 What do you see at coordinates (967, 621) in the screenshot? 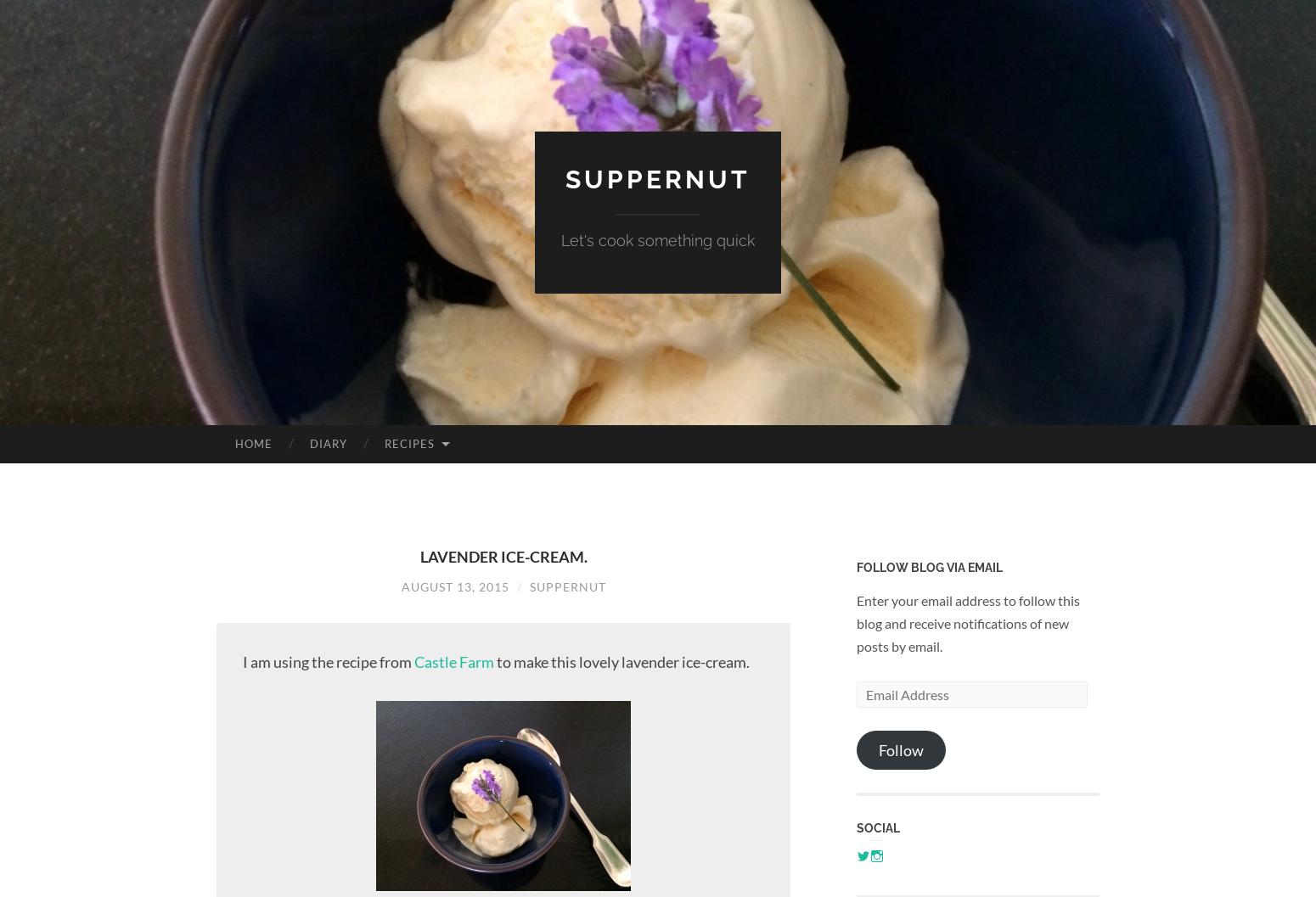
I see `'Enter your email address to follow this blog and receive notifications of new posts by email.'` at bounding box center [967, 621].